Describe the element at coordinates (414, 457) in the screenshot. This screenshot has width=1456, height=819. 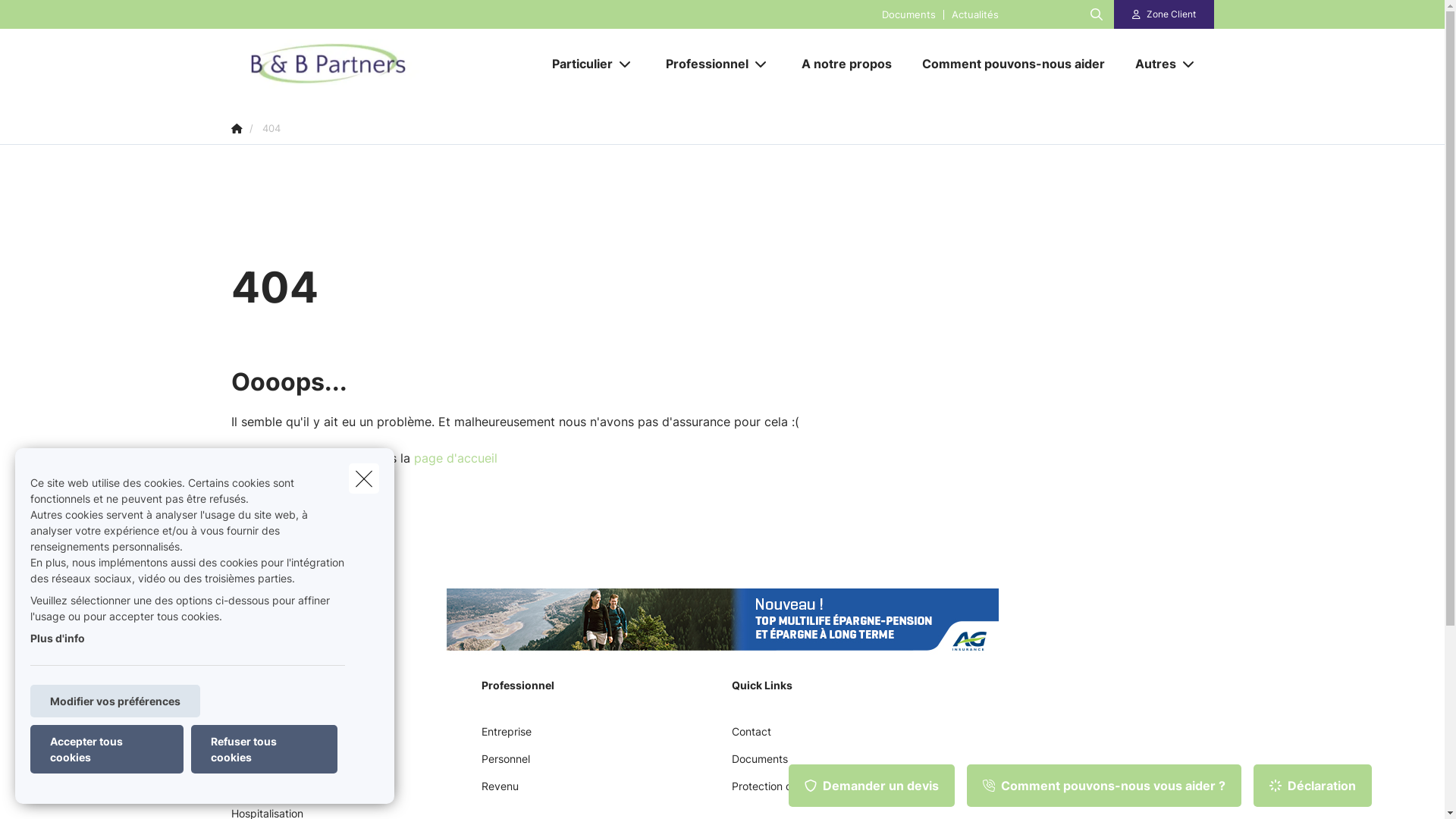
I see `'page d'accueil'` at that location.